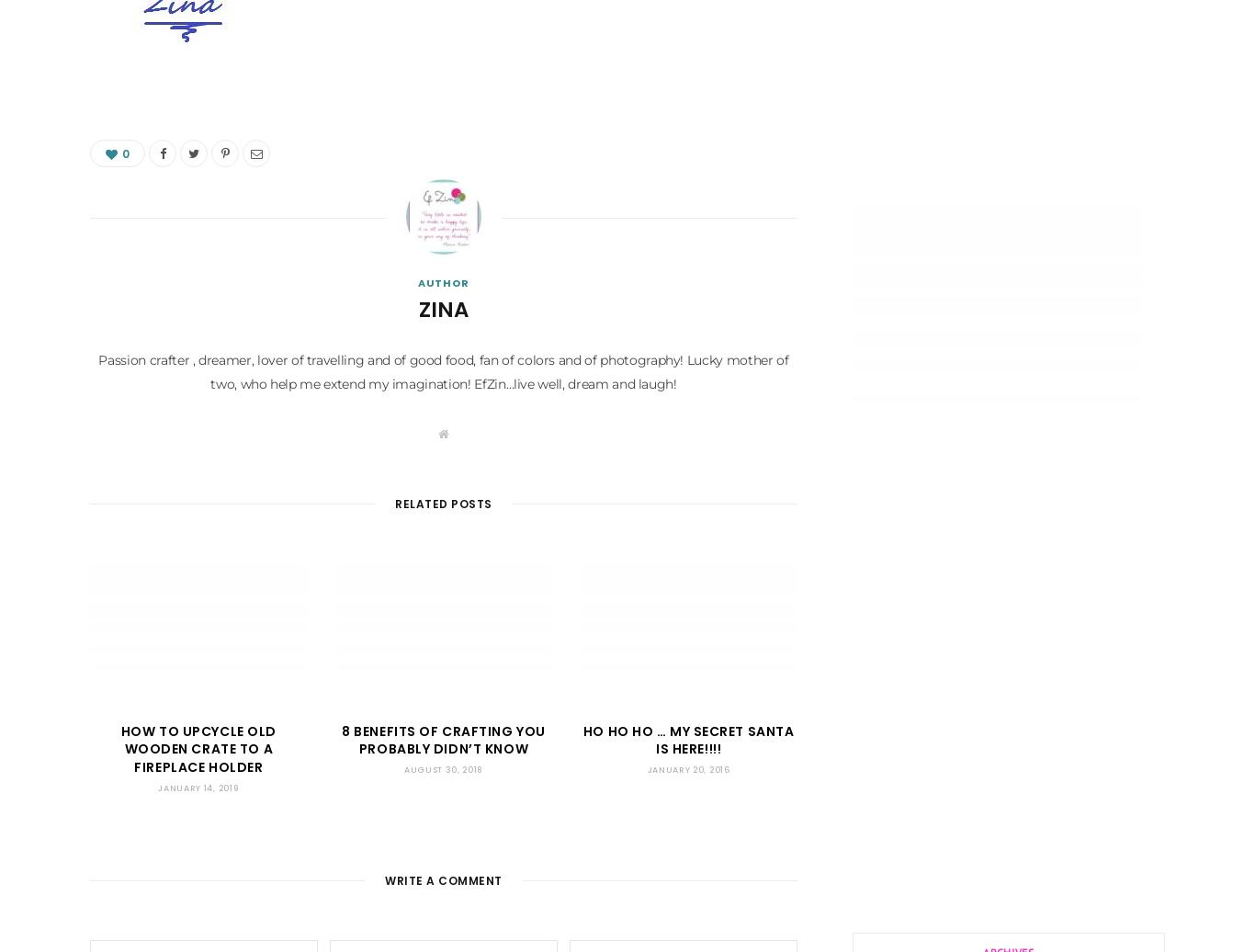  What do you see at coordinates (197, 749) in the screenshot?
I see `'How to upcycle old wooden crate to a fireplace holder'` at bounding box center [197, 749].